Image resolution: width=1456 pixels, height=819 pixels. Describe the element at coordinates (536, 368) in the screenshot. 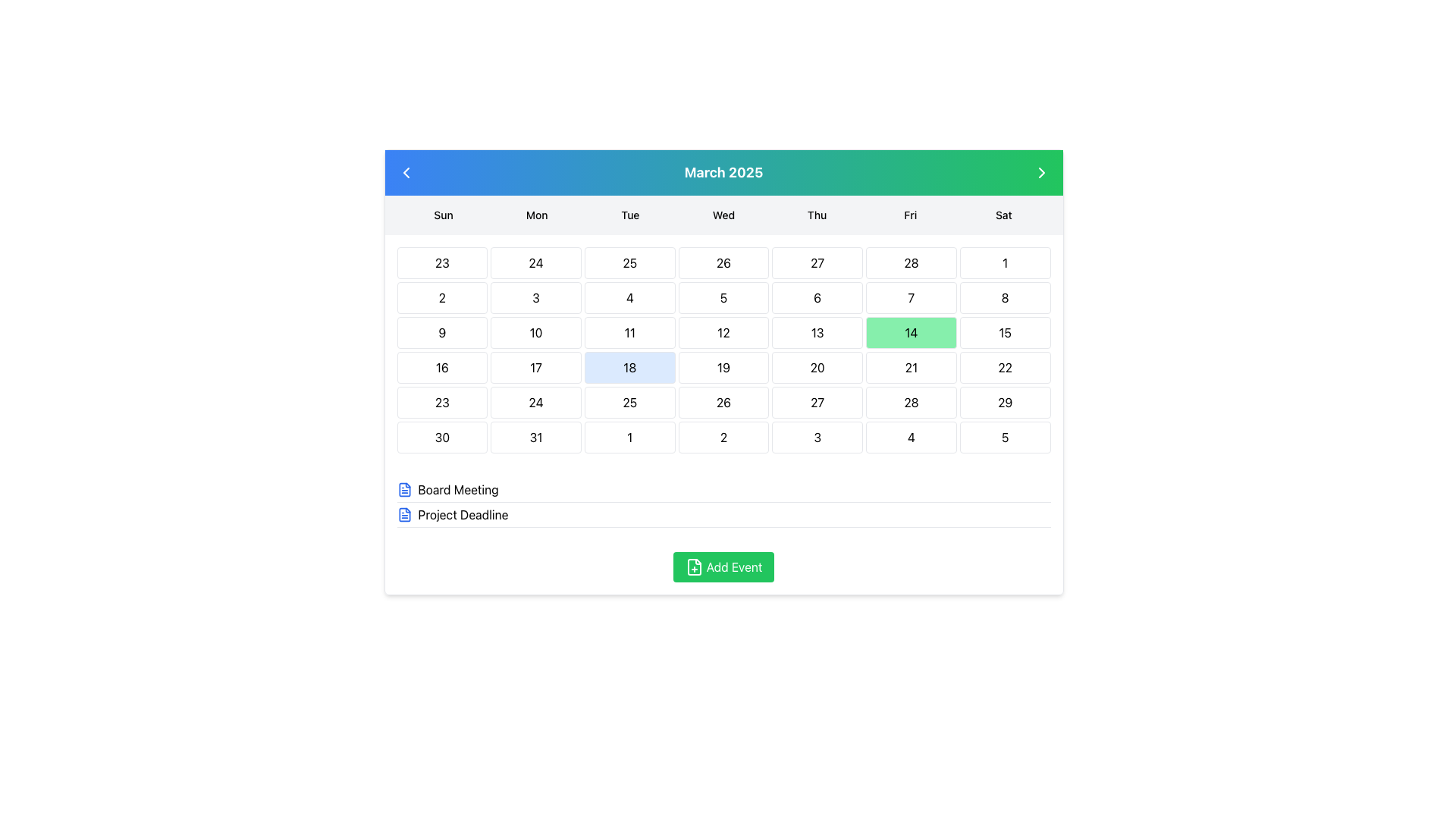

I see `the square button with a white background, black border, and the number '17' displayed in black text, located in the fourth row and second column of the calendar grid` at that location.